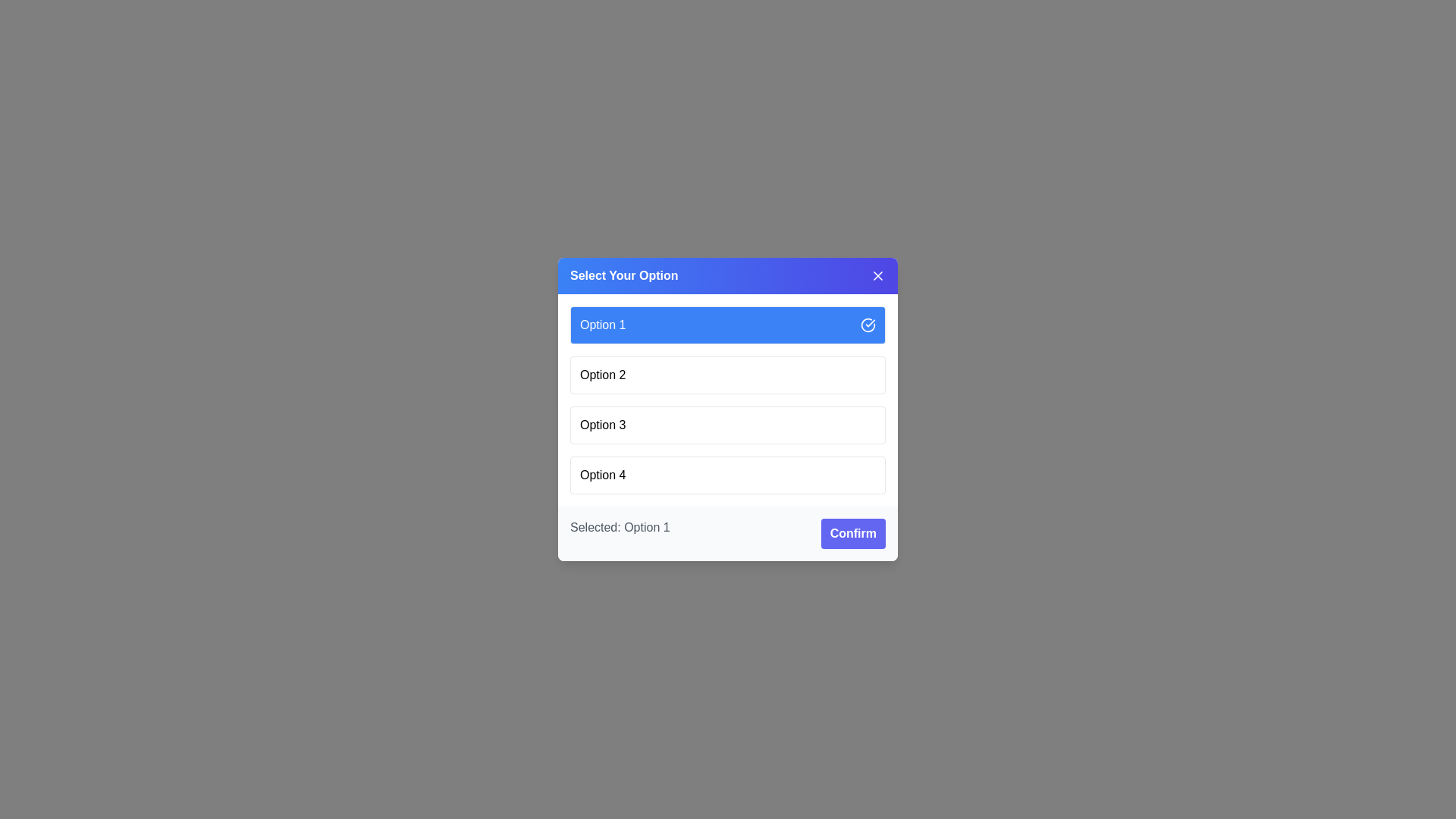 This screenshot has width=1456, height=819. Describe the element at coordinates (728, 375) in the screenshot. I see `the second selectable option in the list, labeled 'Option 2', to make it active for keyboard navigation` at that location.